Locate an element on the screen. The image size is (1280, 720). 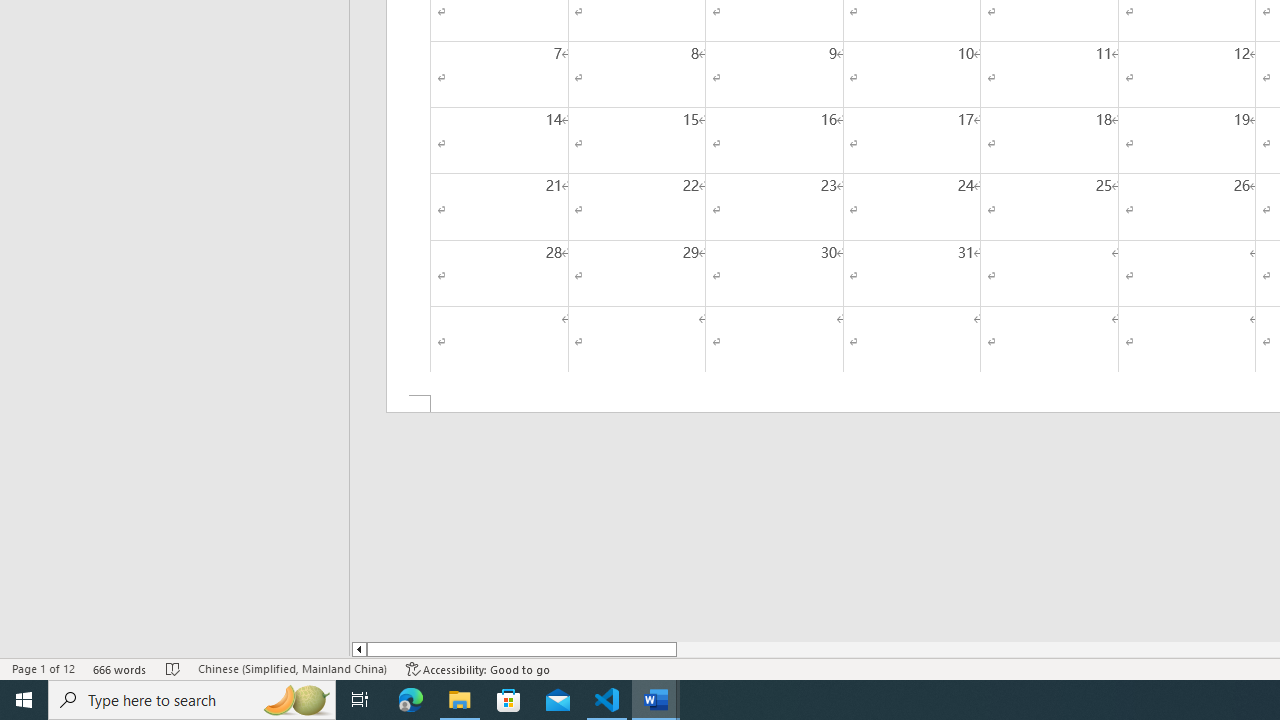
'Column left' is located at coordinates (358, 649).